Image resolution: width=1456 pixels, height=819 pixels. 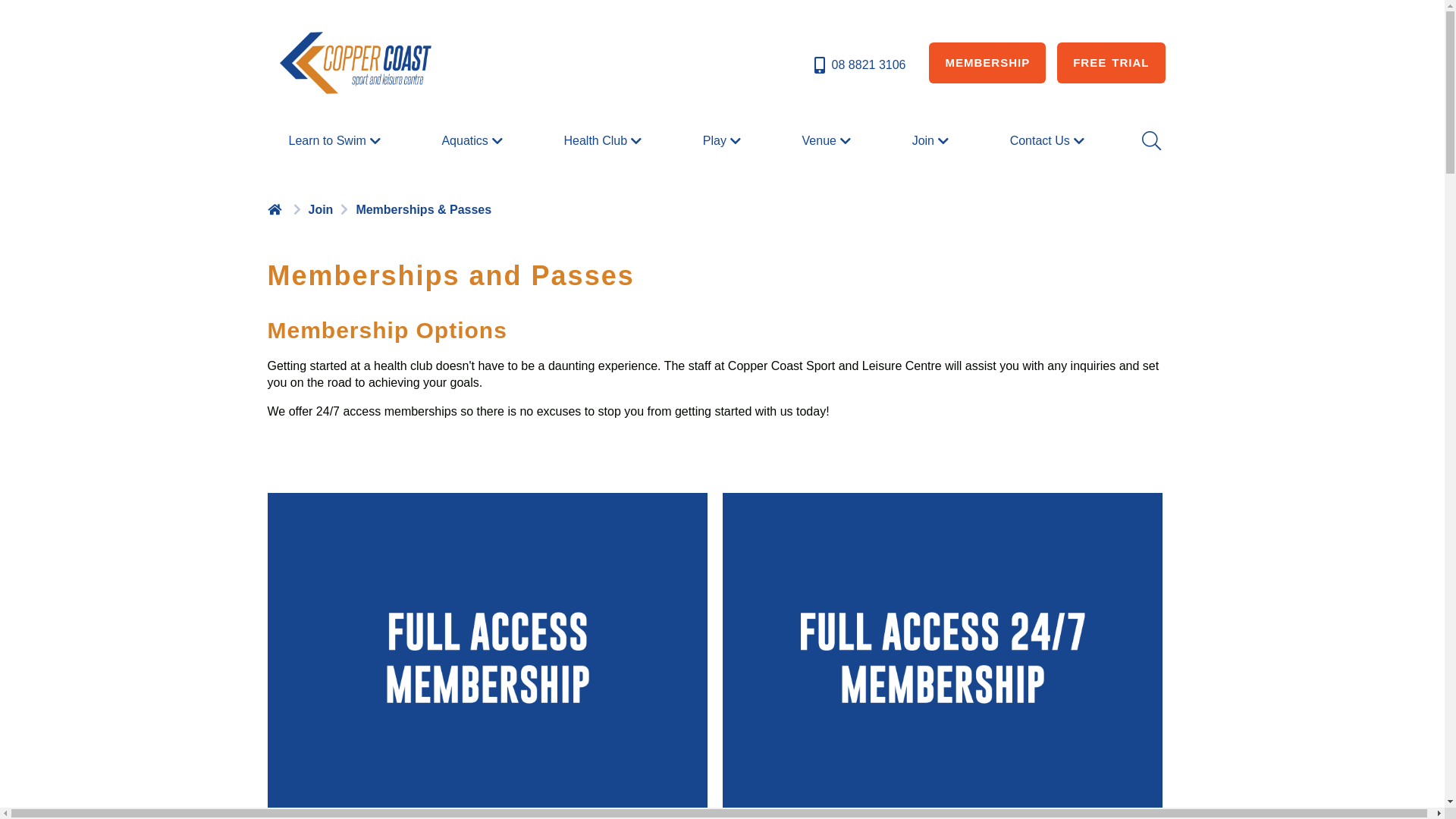 I want to click on 'Aquatics', so click(x=472, y=140).